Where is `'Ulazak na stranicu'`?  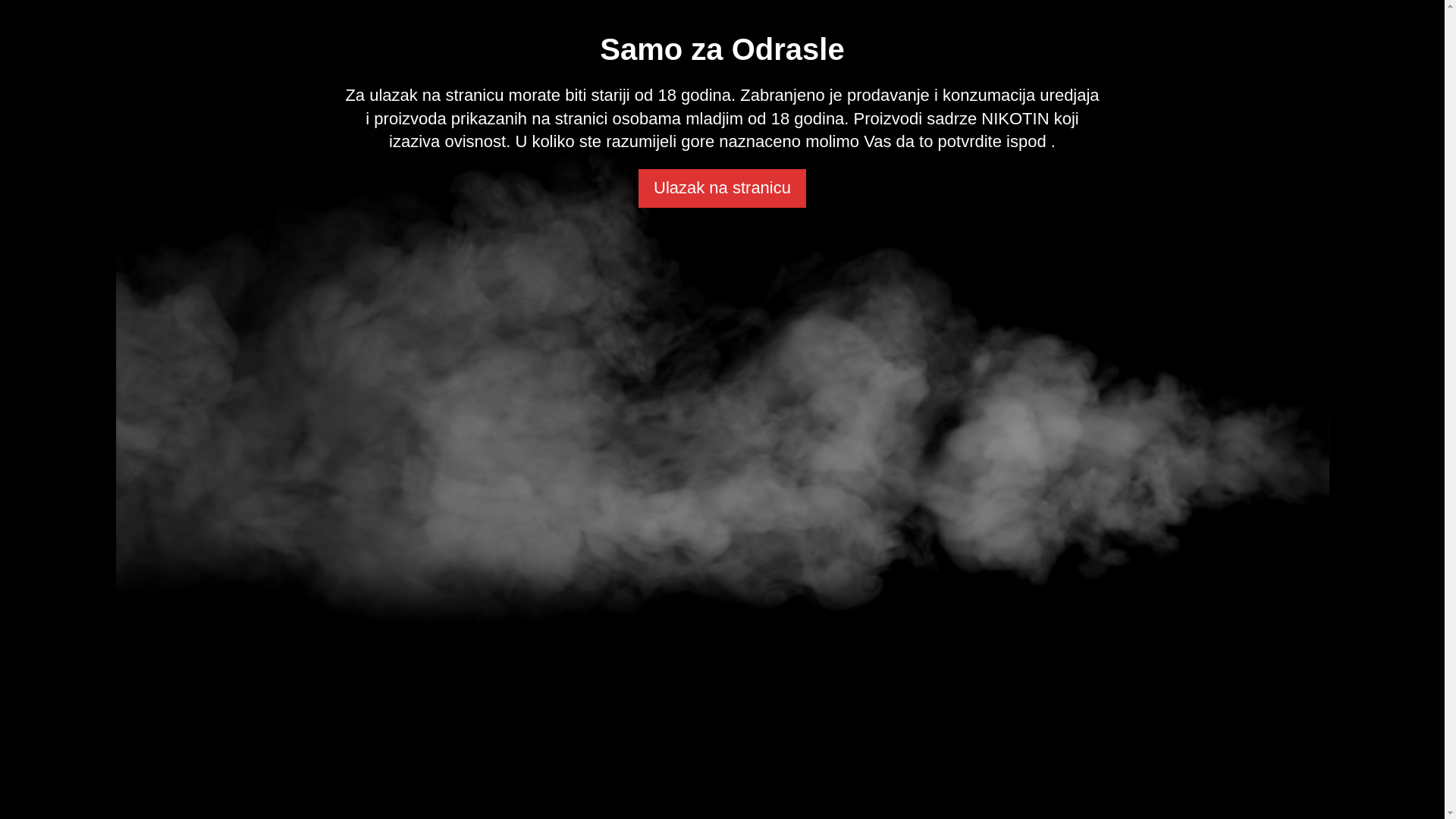 'Ulazak na stranicu' is located at coordinates (721, 187).